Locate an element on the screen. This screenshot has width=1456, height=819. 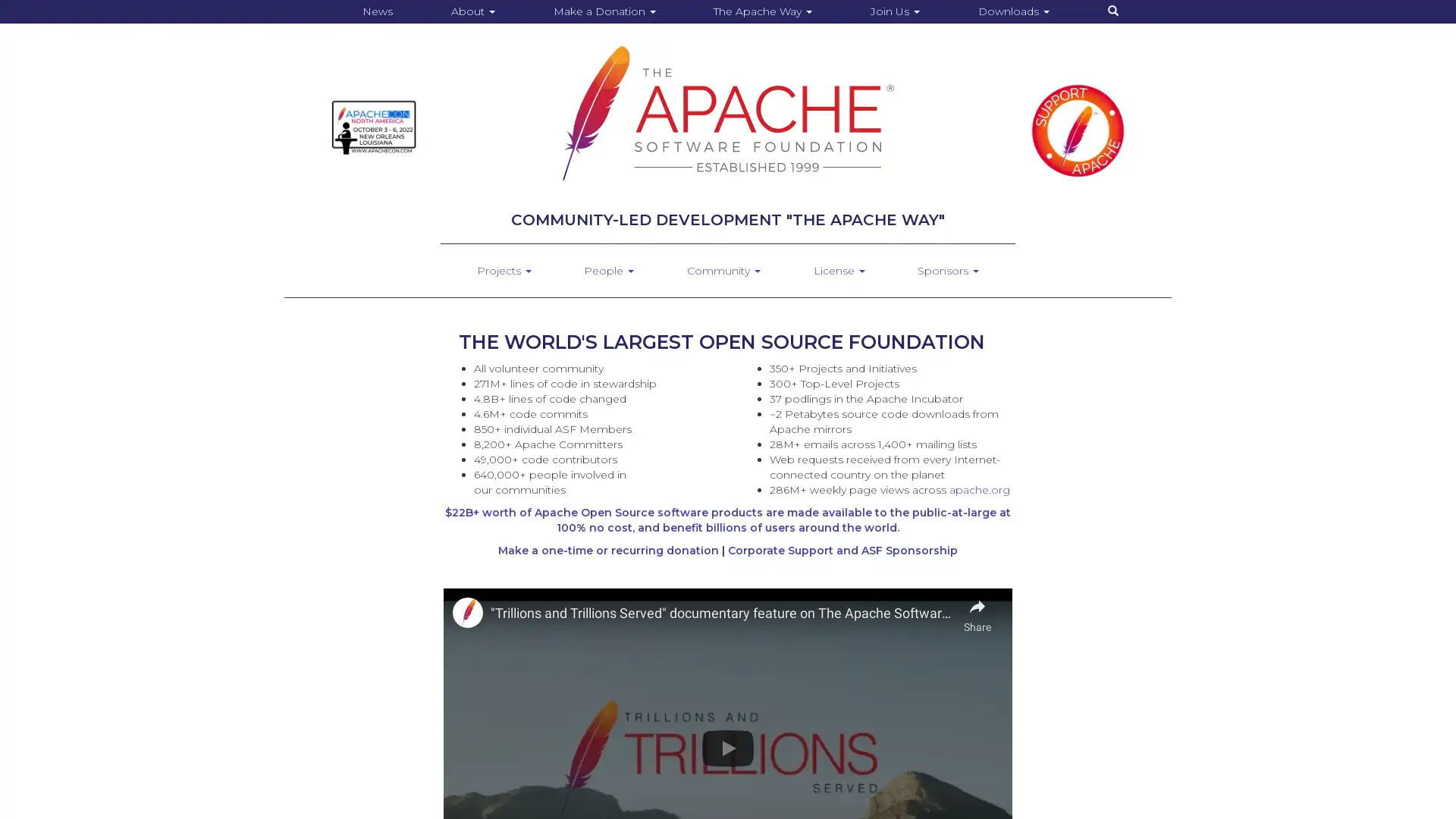
License is located at coordinates (837, 270).